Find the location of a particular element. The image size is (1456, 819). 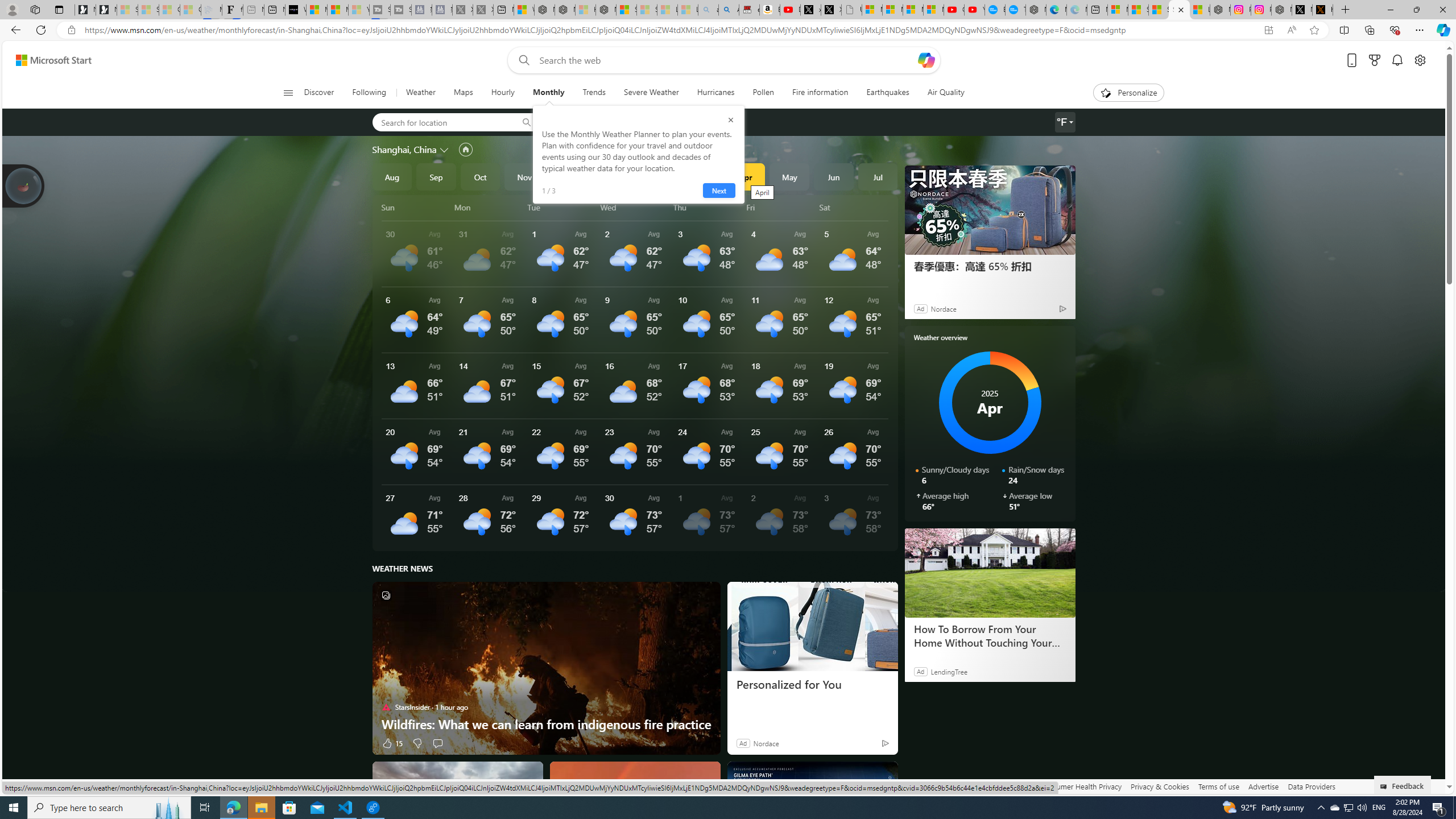

'Apr' is located at coordinates (744, 176).